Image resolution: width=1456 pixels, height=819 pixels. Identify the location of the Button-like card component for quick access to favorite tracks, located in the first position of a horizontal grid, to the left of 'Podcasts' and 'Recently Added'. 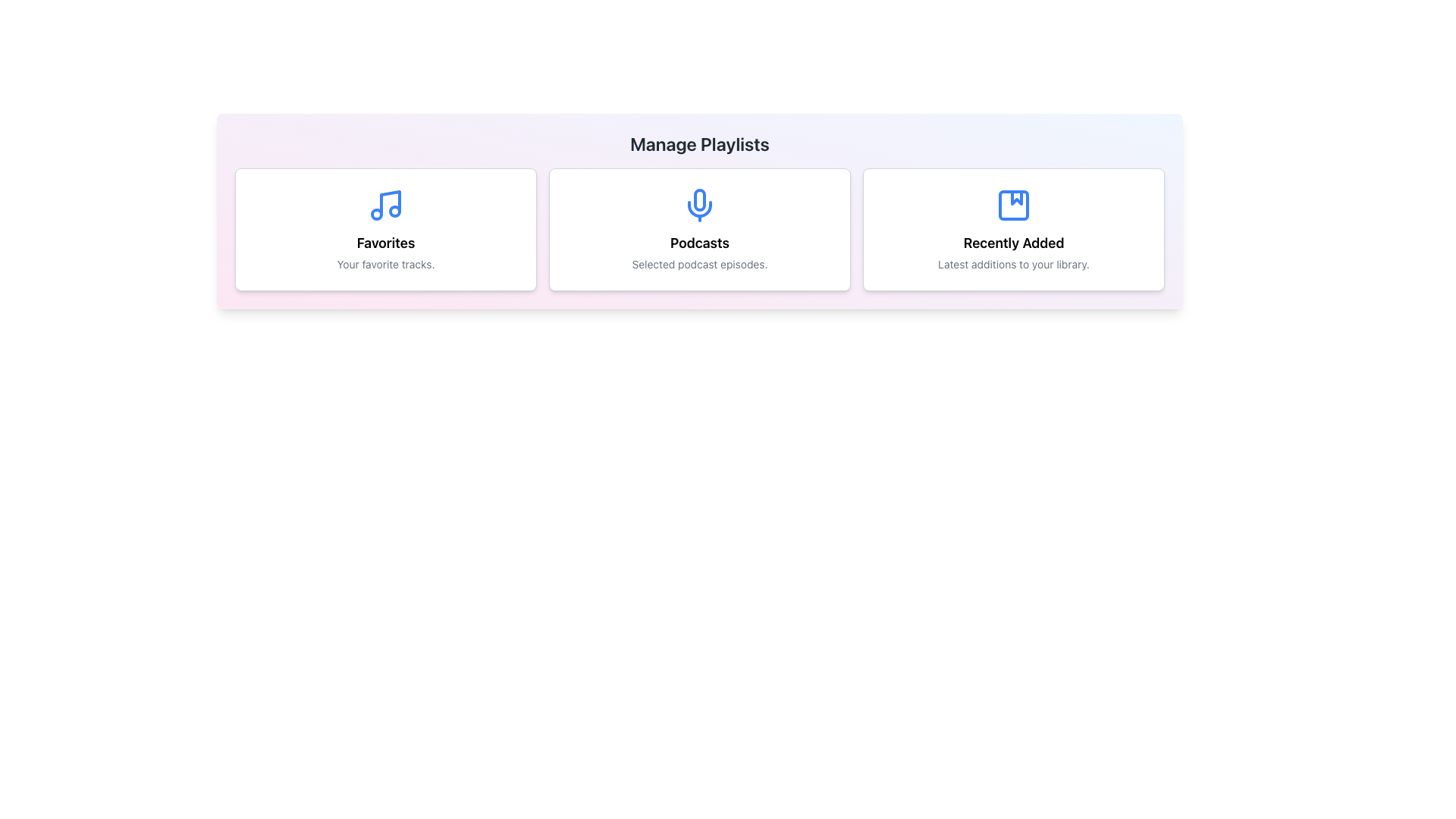
(385, 230).